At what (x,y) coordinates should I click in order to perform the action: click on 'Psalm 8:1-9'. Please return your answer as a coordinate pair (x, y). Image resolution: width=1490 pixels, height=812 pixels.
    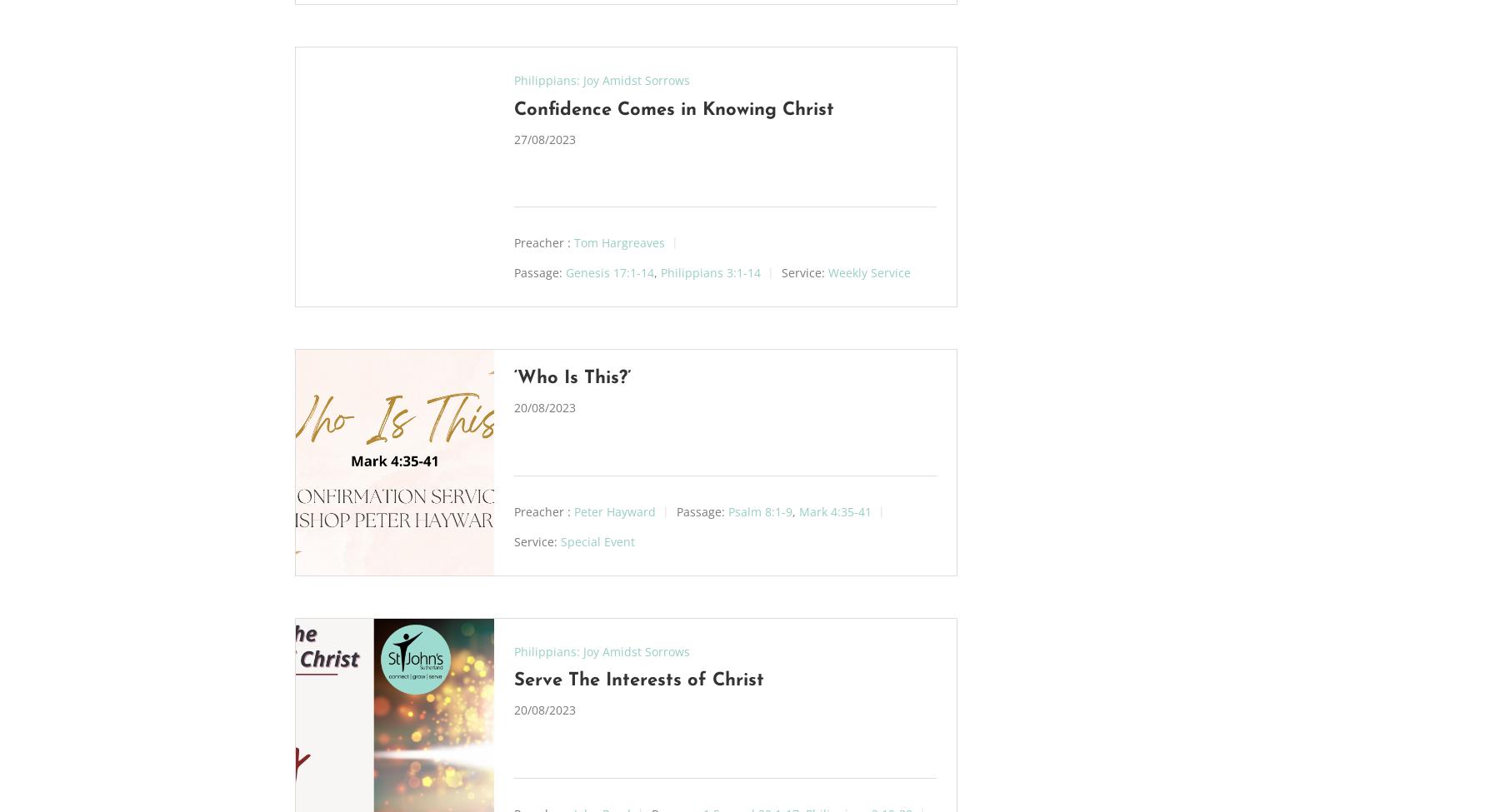
    Looking at the image, I should click on (759, 511).